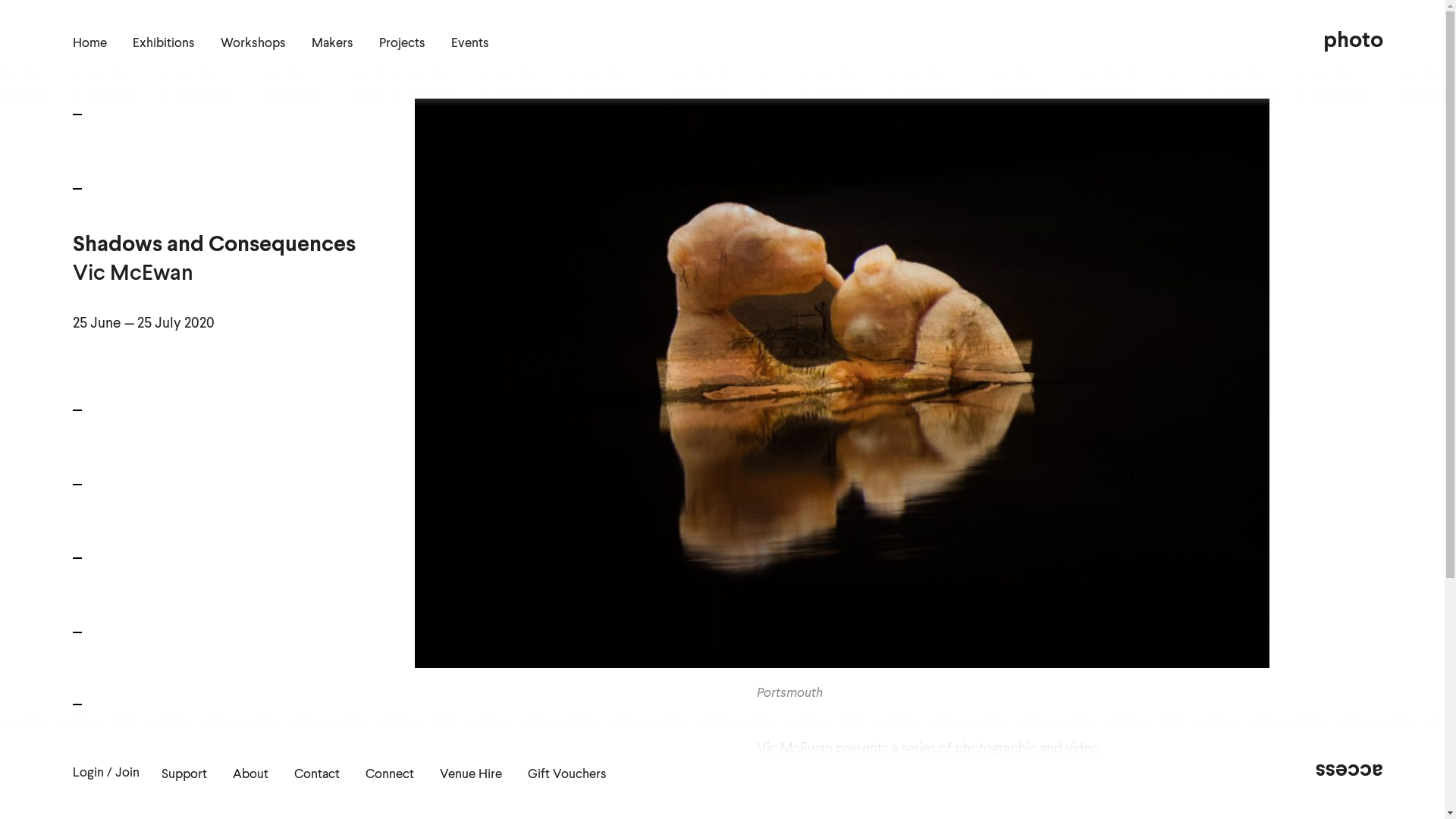 This screenshot has width=1456, height=819. I want to click on 'About', so click(232, 774).